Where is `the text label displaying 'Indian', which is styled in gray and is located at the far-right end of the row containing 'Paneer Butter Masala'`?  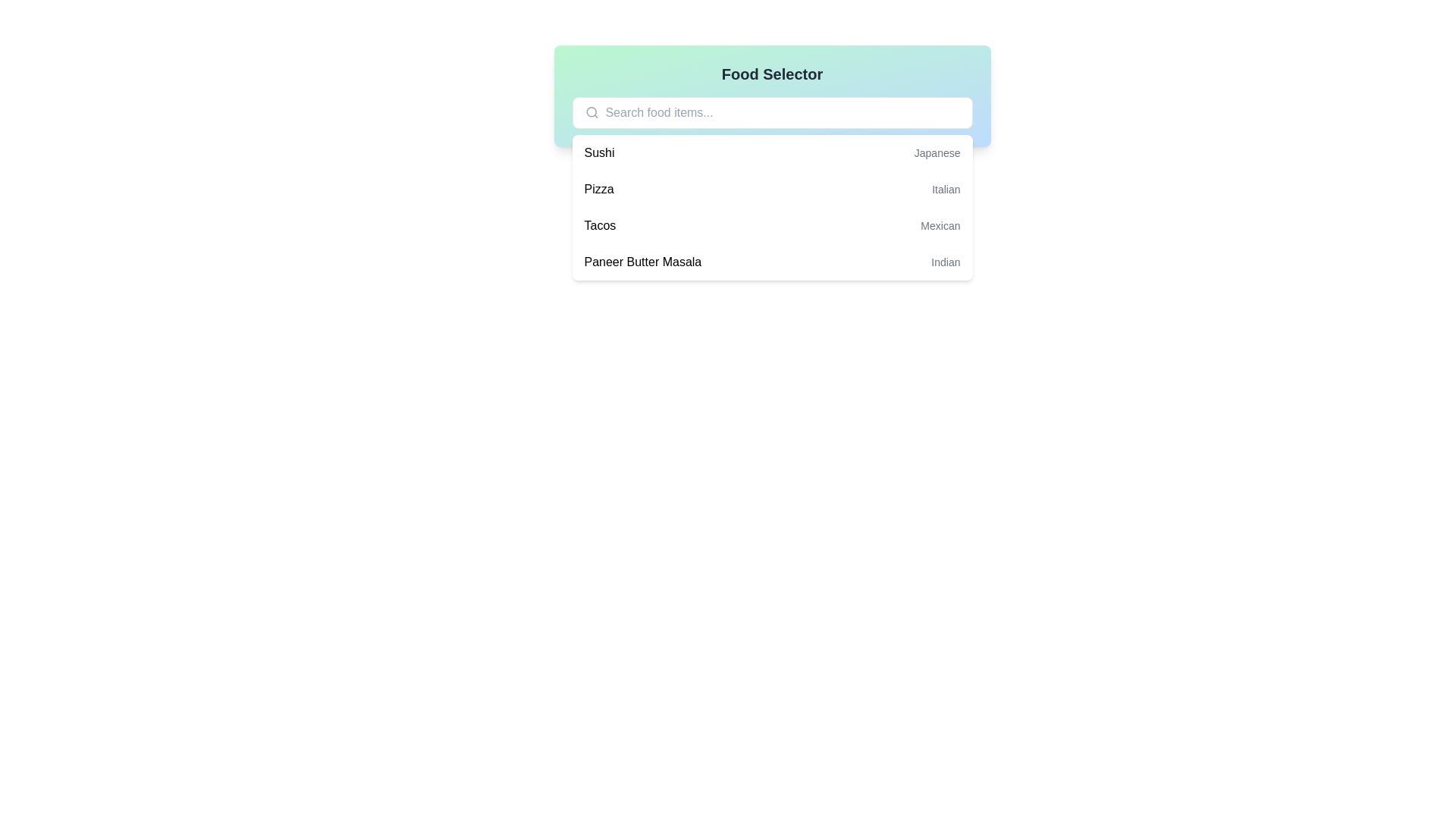
the text label displaying 'Indian', which is styled in gray and is located at the far-right end of the row containing 'Paneer Butter Masala' is located at coordinates (945, 262).